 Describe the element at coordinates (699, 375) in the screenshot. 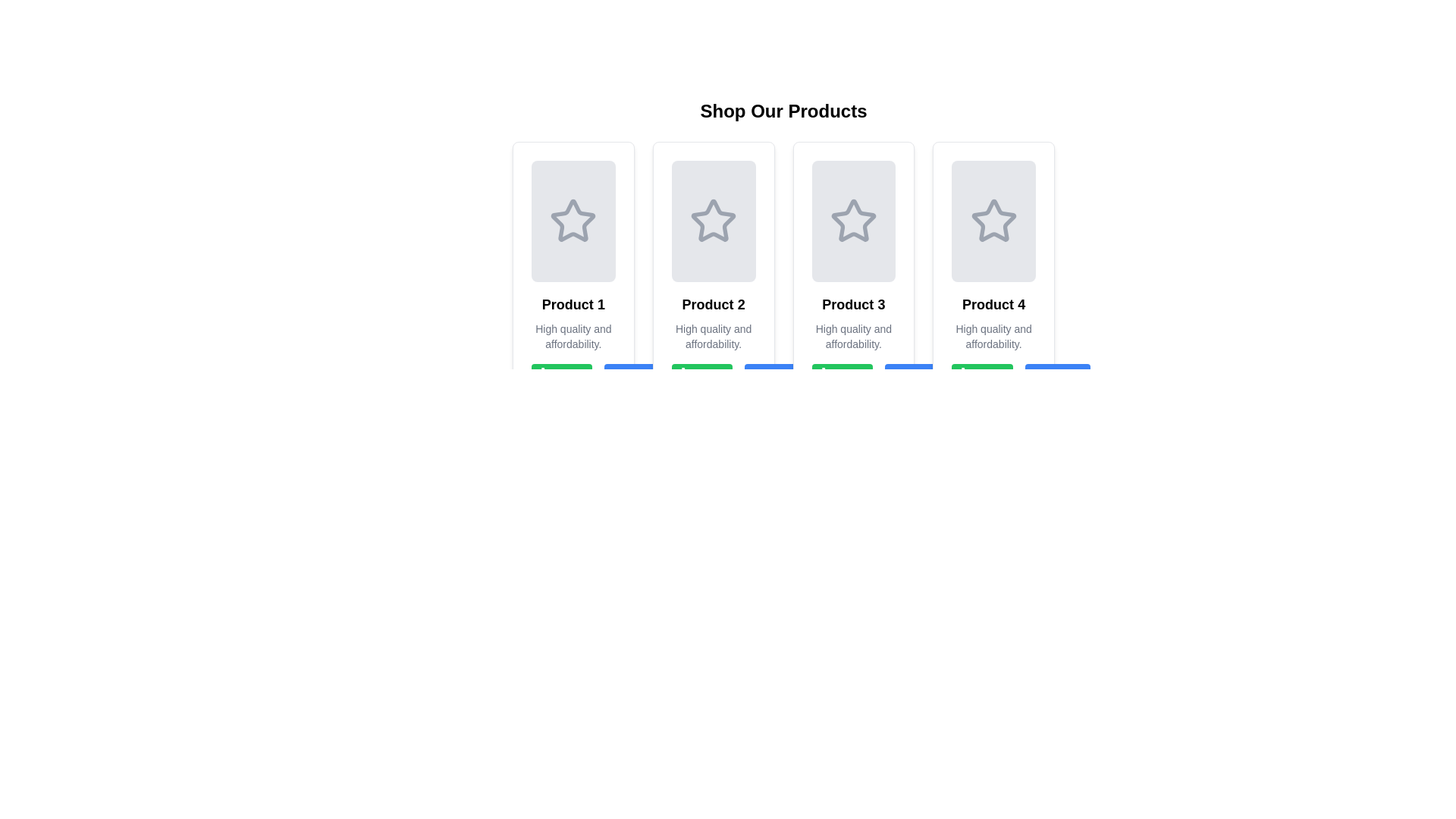

I see `the heart-shaped icon below the product name and image in the 'Product 2' card to favorite the product` at that location.